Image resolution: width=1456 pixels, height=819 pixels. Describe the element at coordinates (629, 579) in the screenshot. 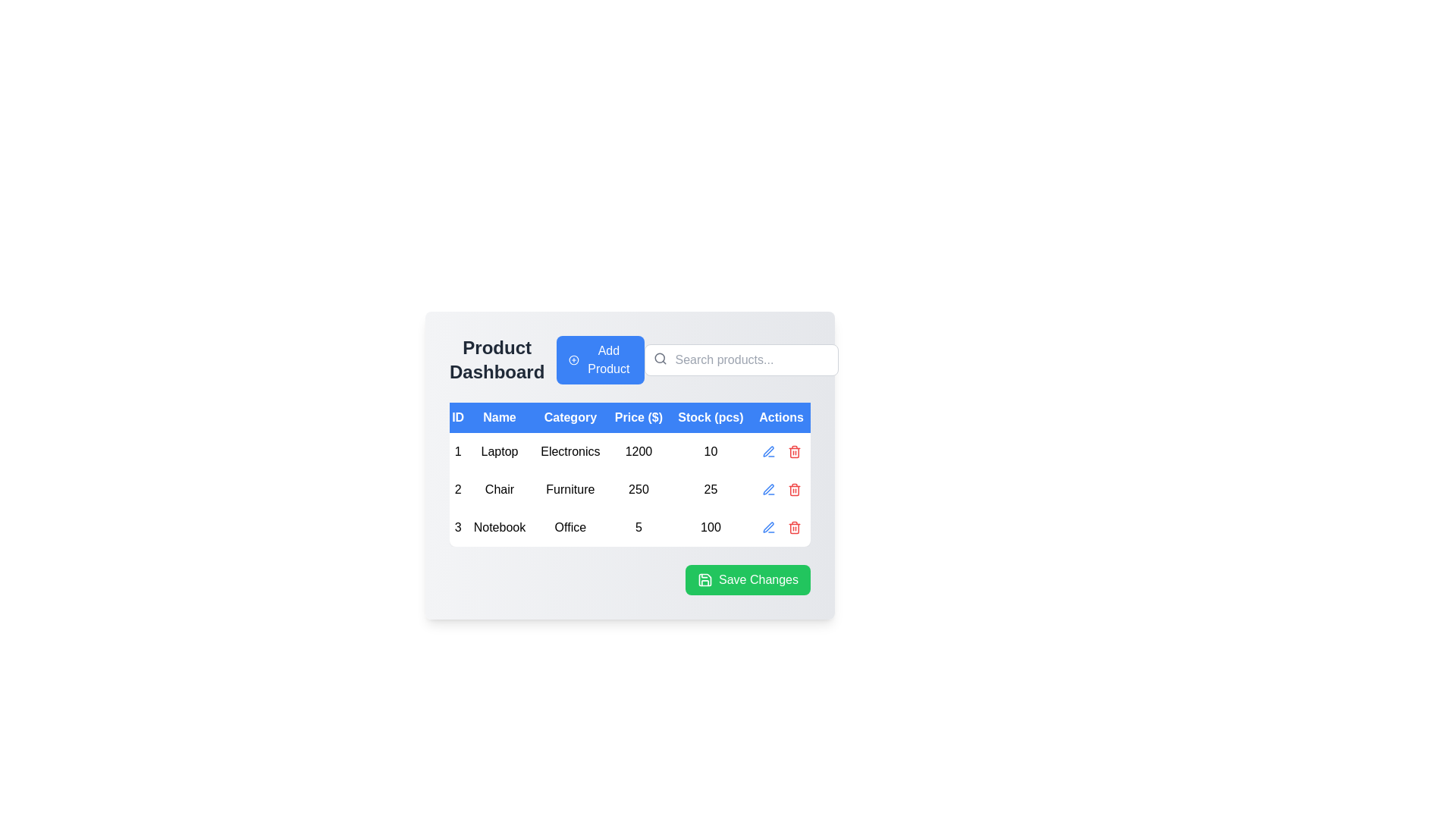

I see `the confirm and save button located in the bottom-right corner of the product management dashboard` at that location.